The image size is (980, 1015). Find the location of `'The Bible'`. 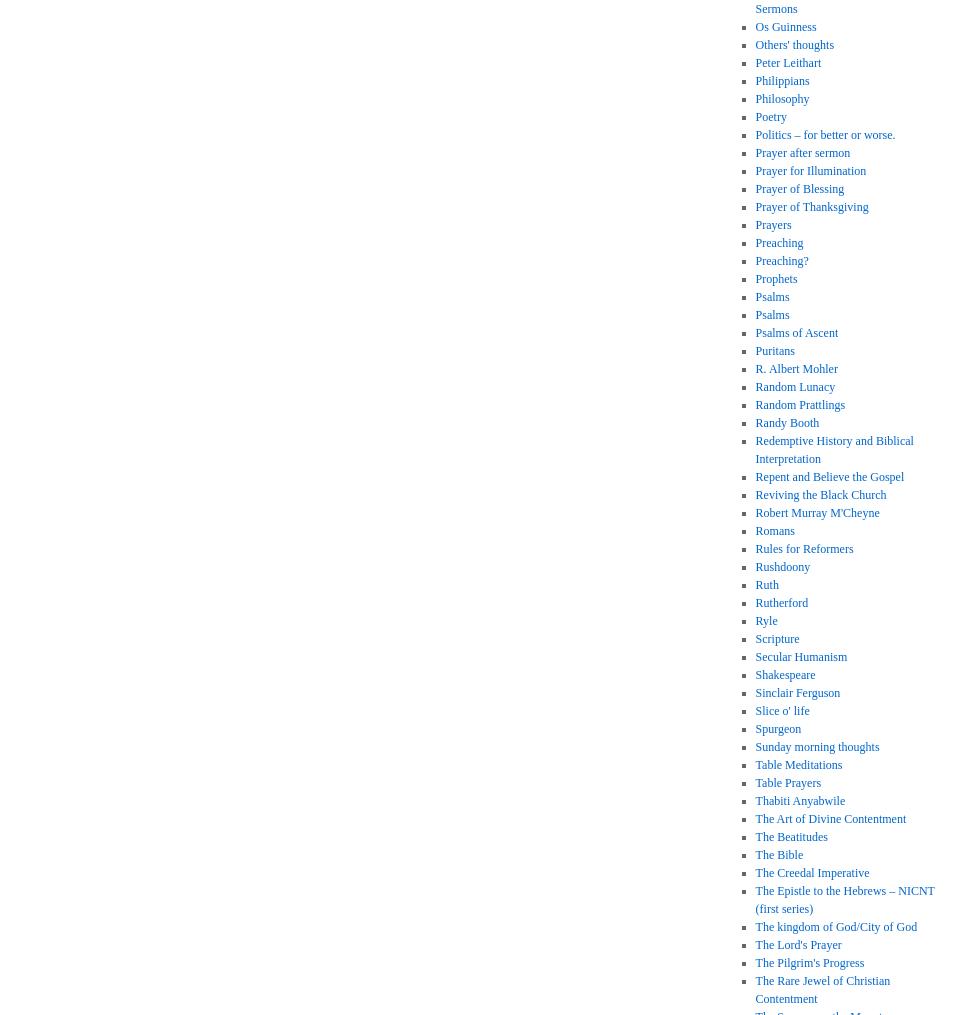

'The Bible' is located at coordinates (779, 855).